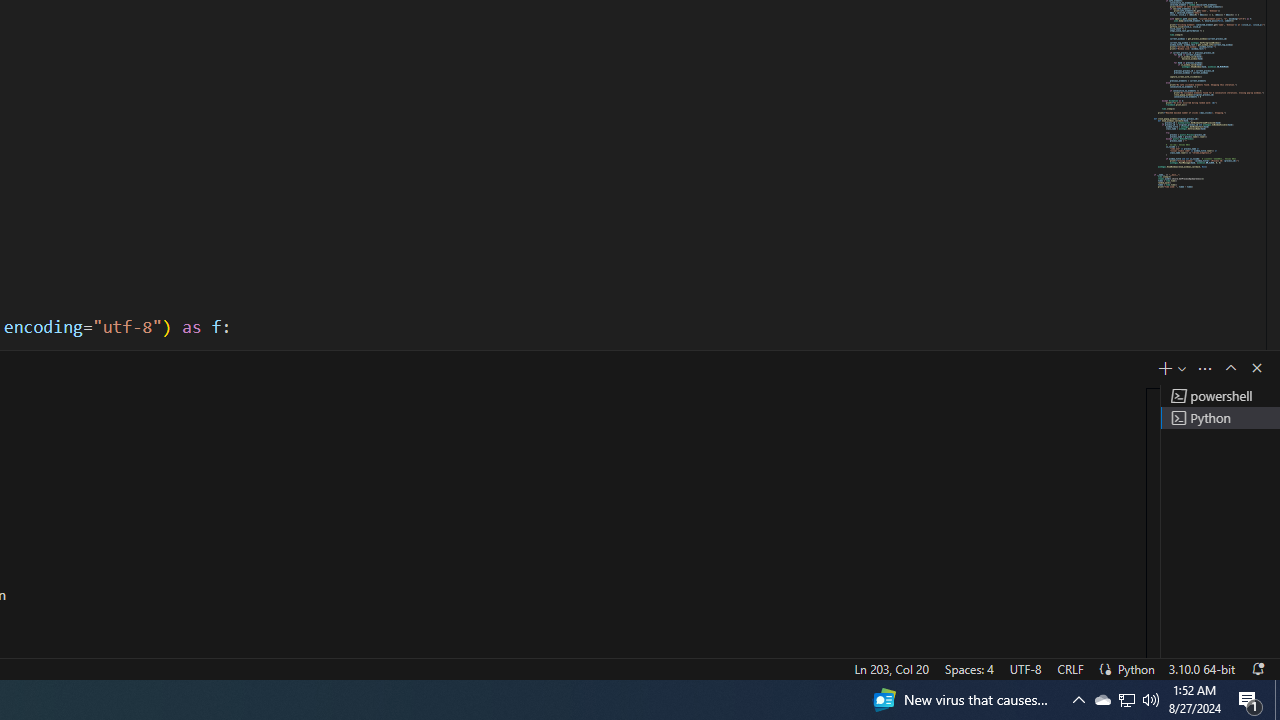 This screenshot has height=720, width=1280. Describe the element at coordinates (1025, 668) in the screenshot. I see `'UTF-8'` at that location.